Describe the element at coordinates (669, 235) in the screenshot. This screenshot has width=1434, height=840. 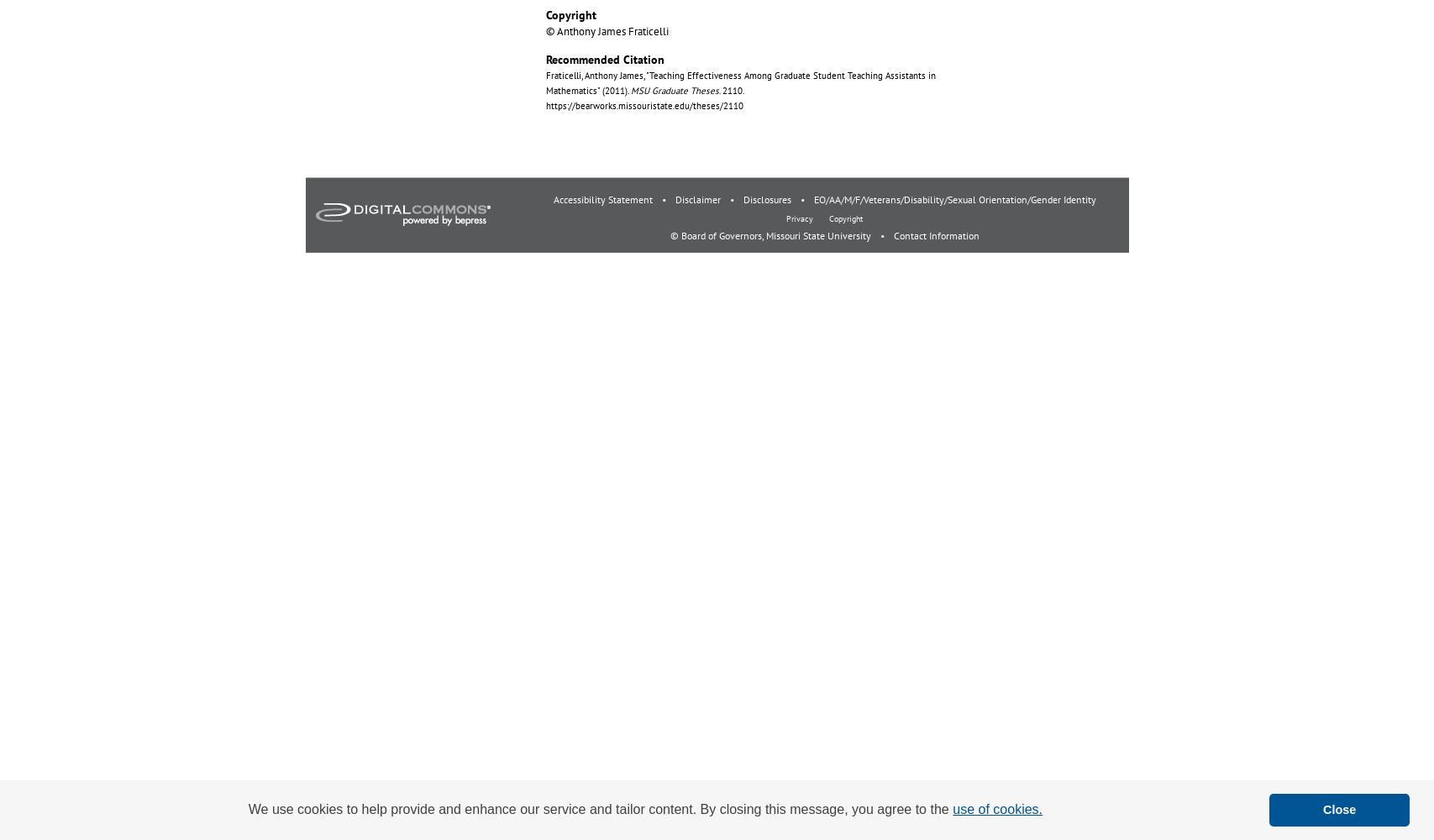
I see `'© Board of Governors, Missouri State University'` at that location.